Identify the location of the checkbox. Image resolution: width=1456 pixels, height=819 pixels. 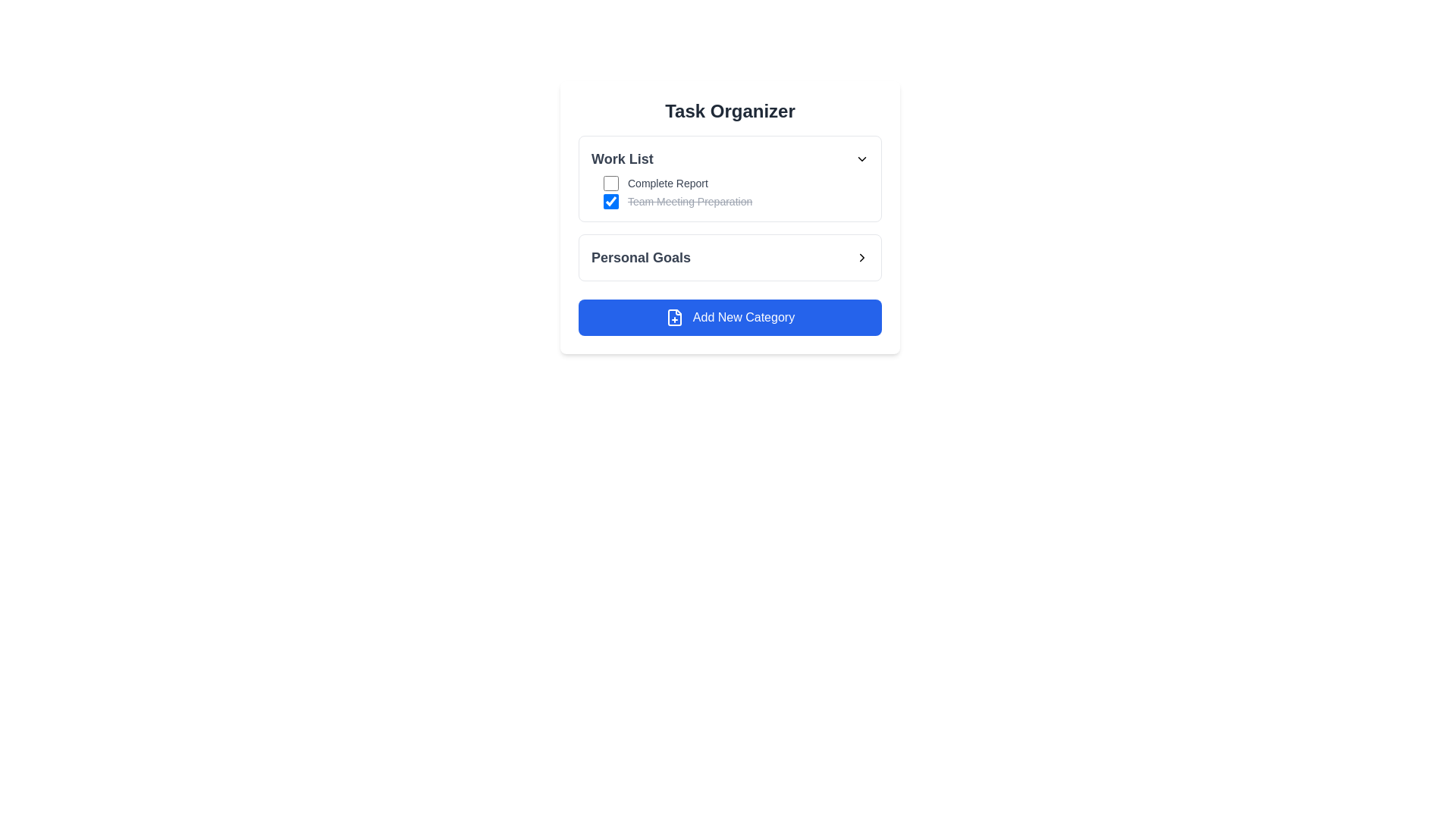
(611, 201).